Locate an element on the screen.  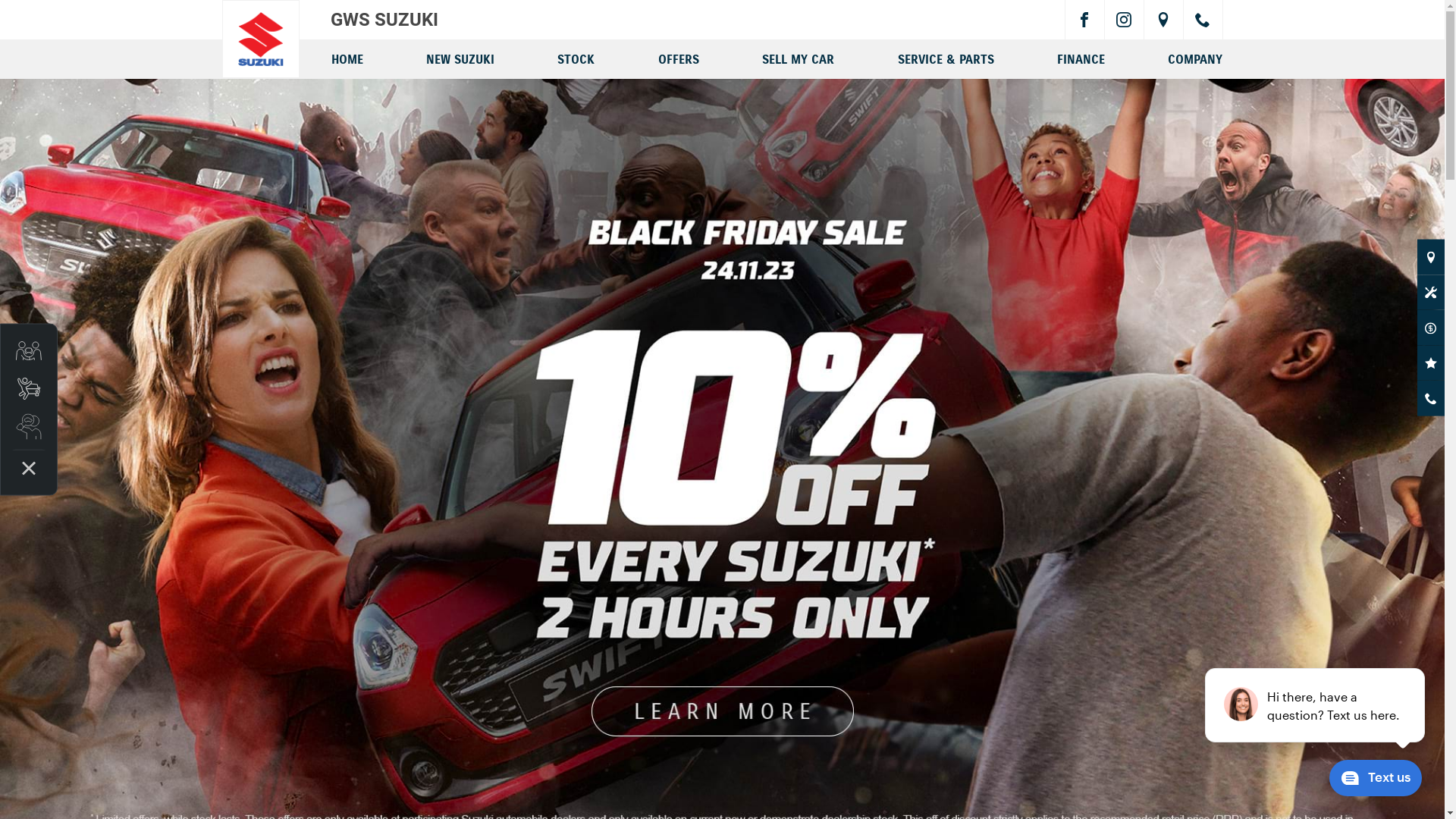
'HOME' is located at coordinates (345, 58).